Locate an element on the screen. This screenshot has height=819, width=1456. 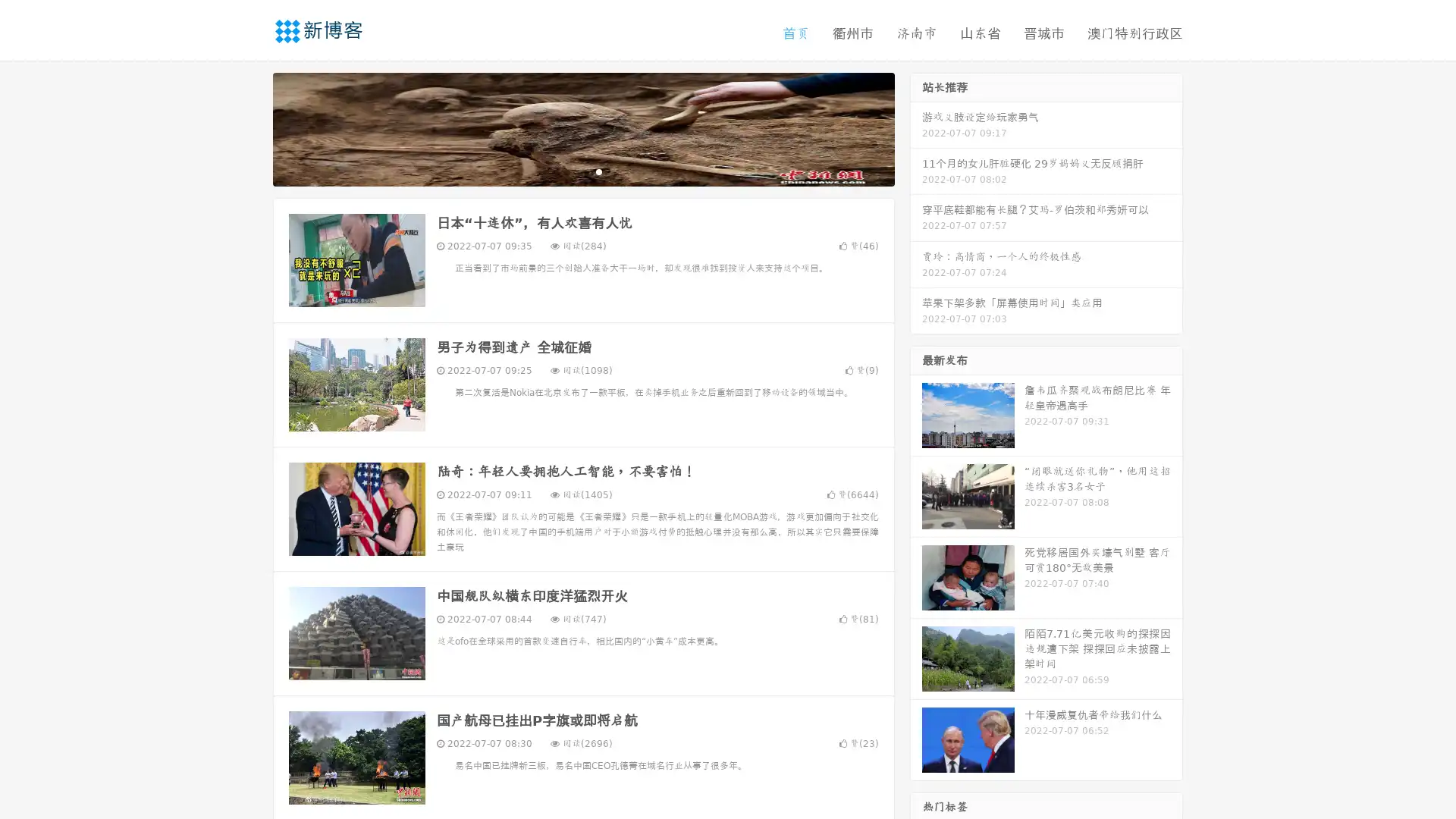
Go to slide 1 is located at coordinates (567, 171).